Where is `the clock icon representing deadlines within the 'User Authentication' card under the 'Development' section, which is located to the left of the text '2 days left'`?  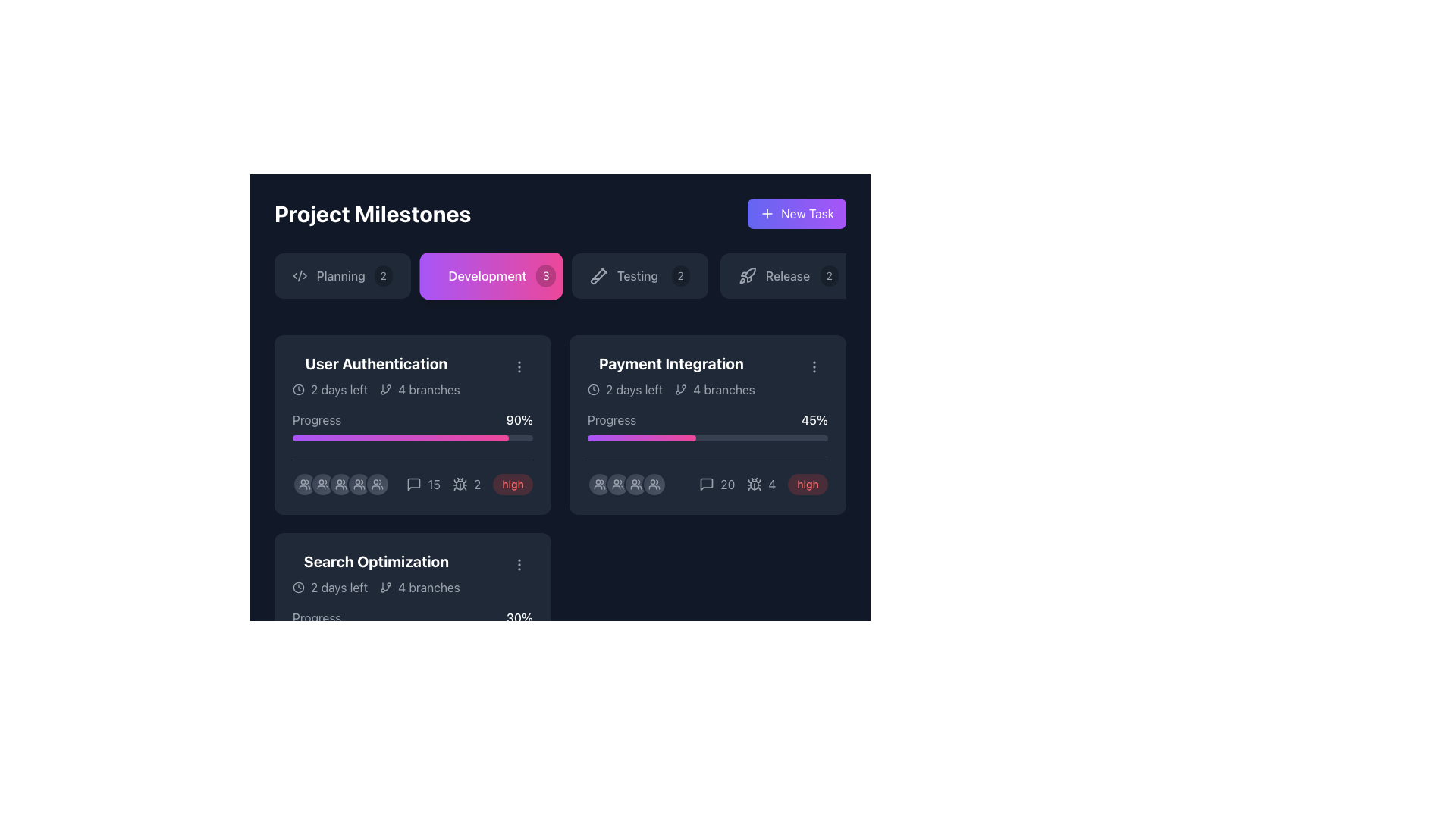
the clock icon representing deadlines within the 'User Authentication' card under the 'Development' section, which is located to the left of the text '2 days left' is located at coordinates (298, 388).